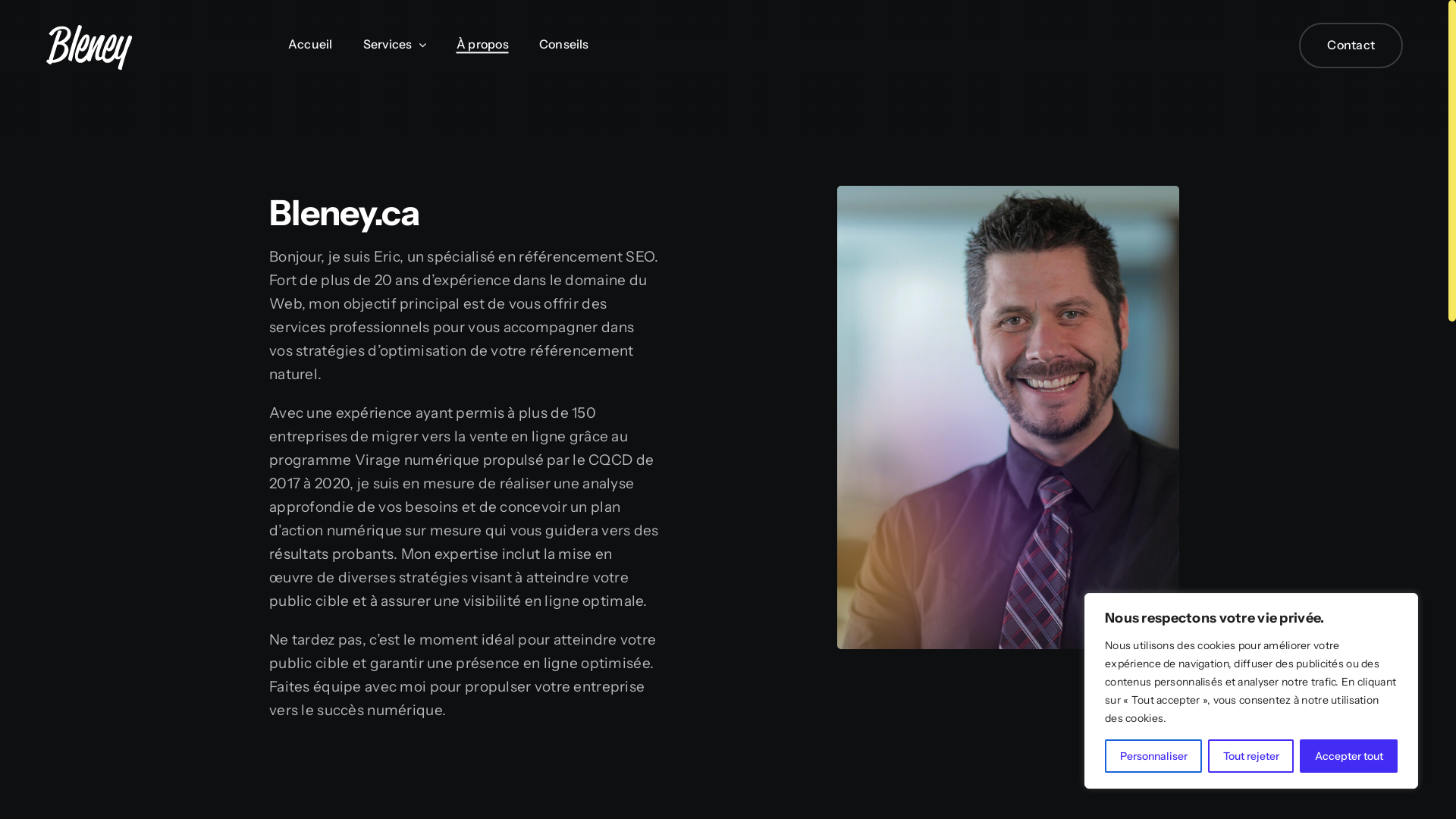 The width and height of the screenshot is (1456, 819). I want to click on 'Services', so click(362, 44).